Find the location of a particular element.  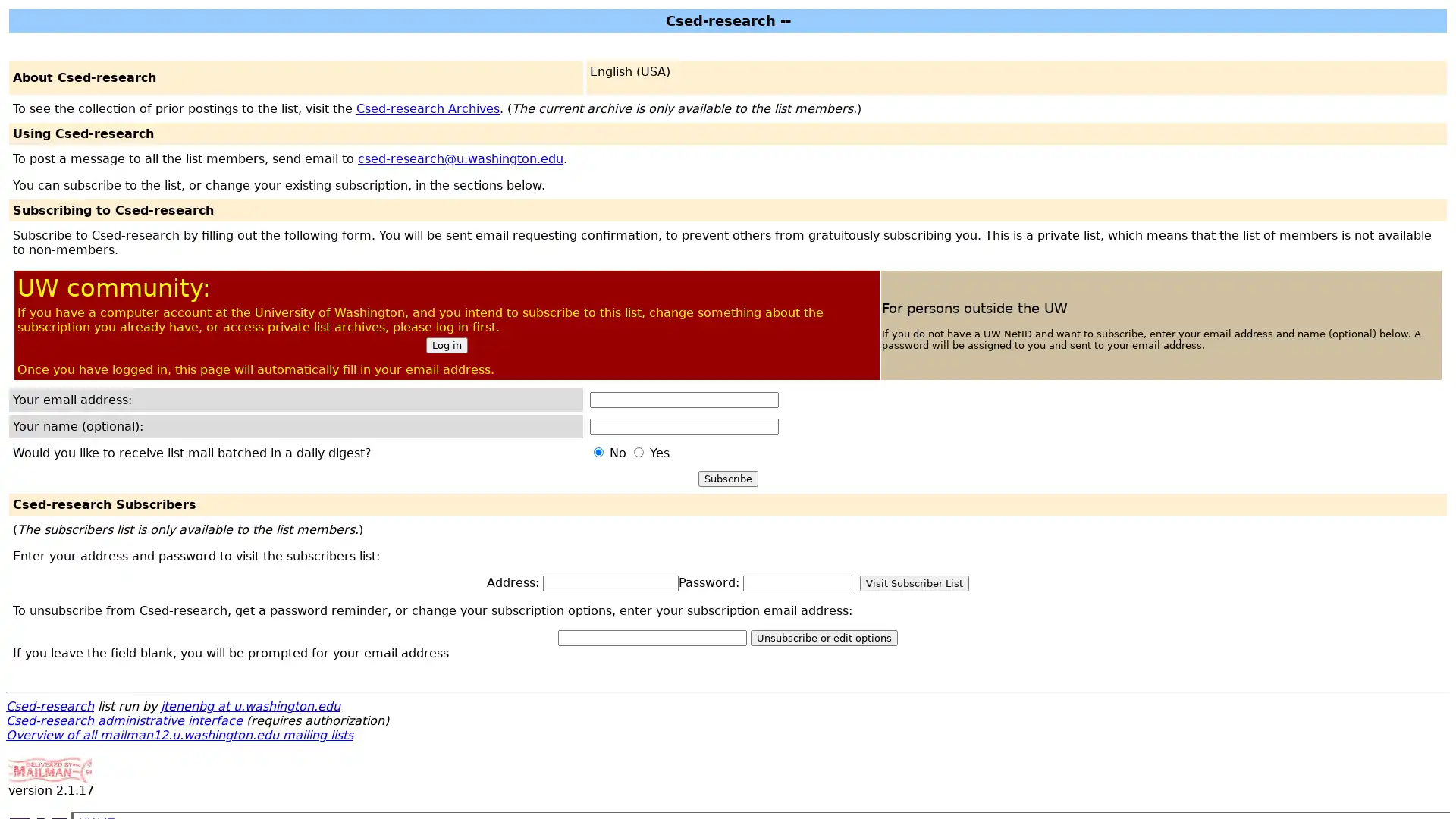

Unsubscribe or edit options is located at coordinates (823, 638).